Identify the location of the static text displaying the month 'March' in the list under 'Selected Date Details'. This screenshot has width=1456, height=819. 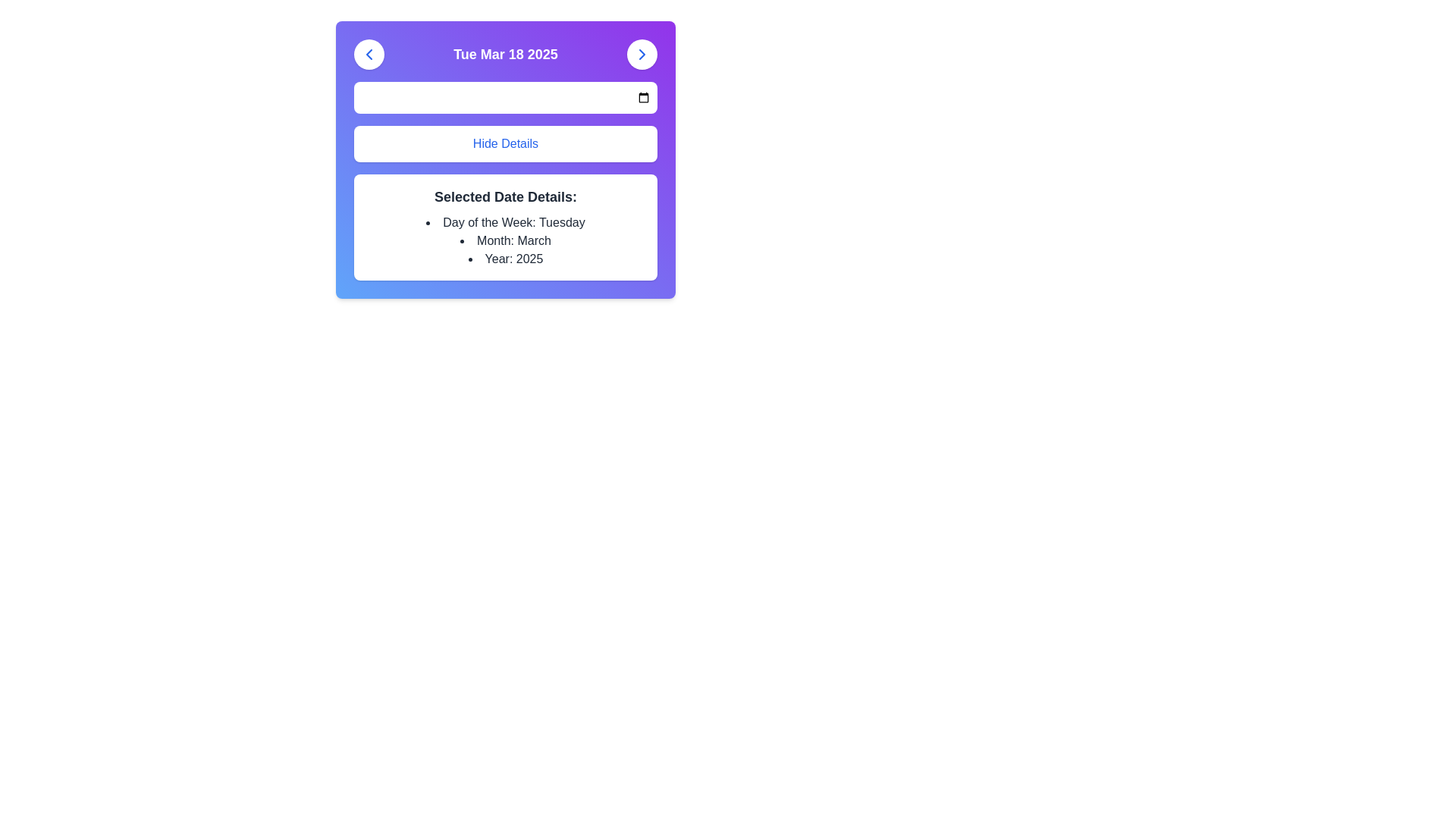
(506, 240).